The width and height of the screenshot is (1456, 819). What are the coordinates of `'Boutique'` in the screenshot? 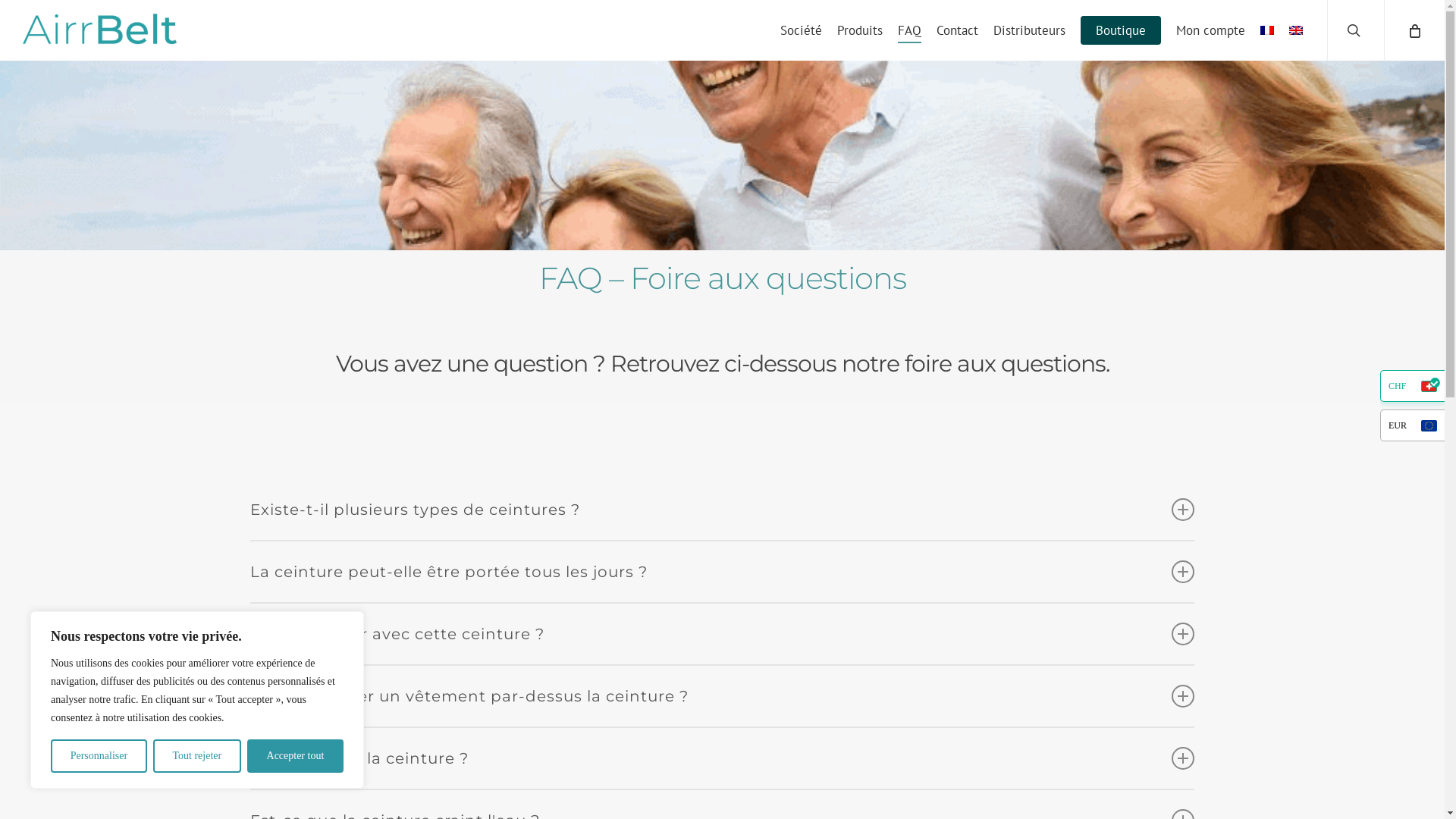 It's located at (1121, 30).